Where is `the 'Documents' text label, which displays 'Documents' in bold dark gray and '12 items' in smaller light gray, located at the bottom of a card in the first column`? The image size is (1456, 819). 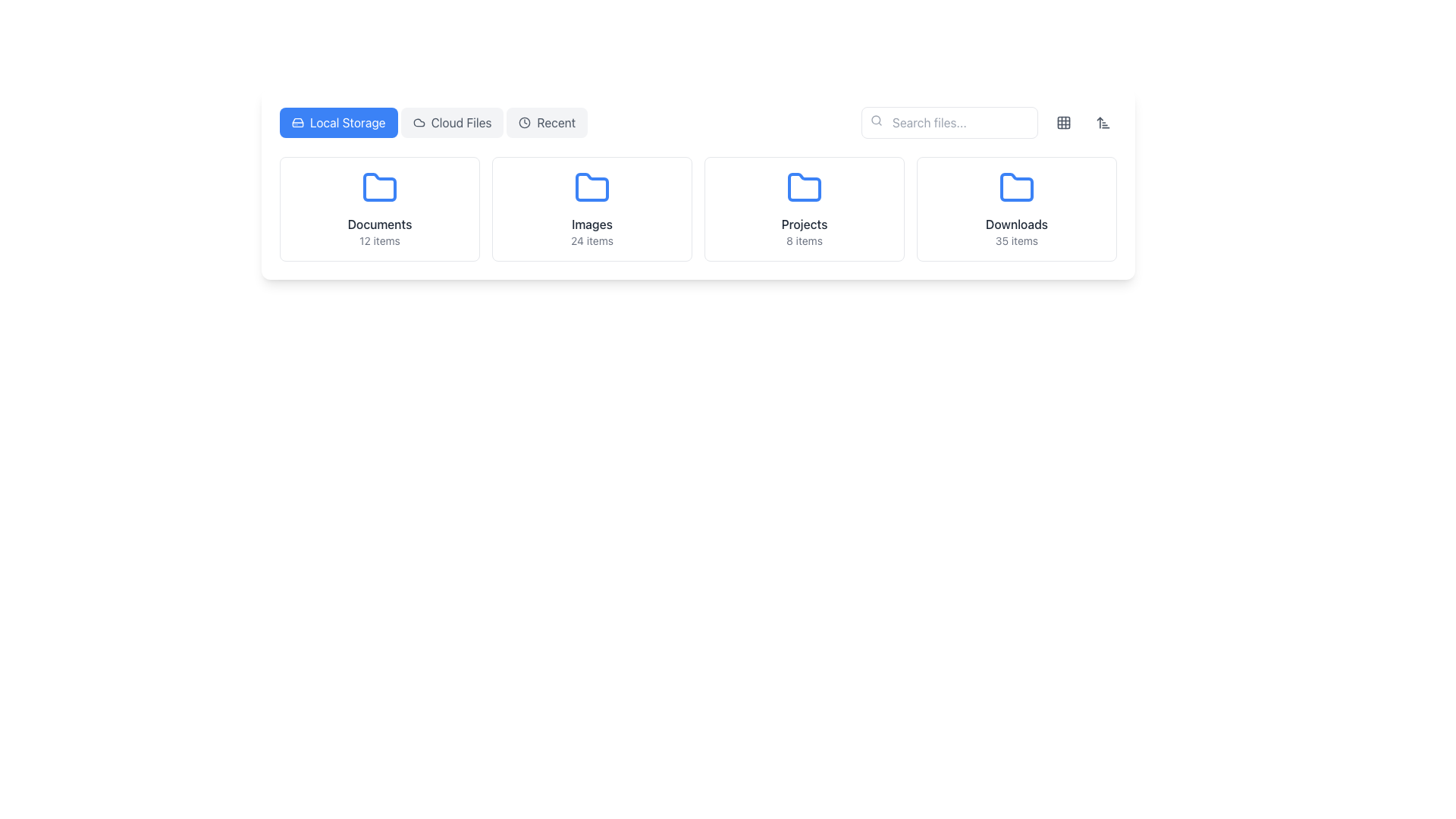
the 'Documents' text label, which displays 'Documents' in bold dark gray and '12 items' in smaller light gray, located at the bottom of a card in the first column is located at coordinates (379, 231).